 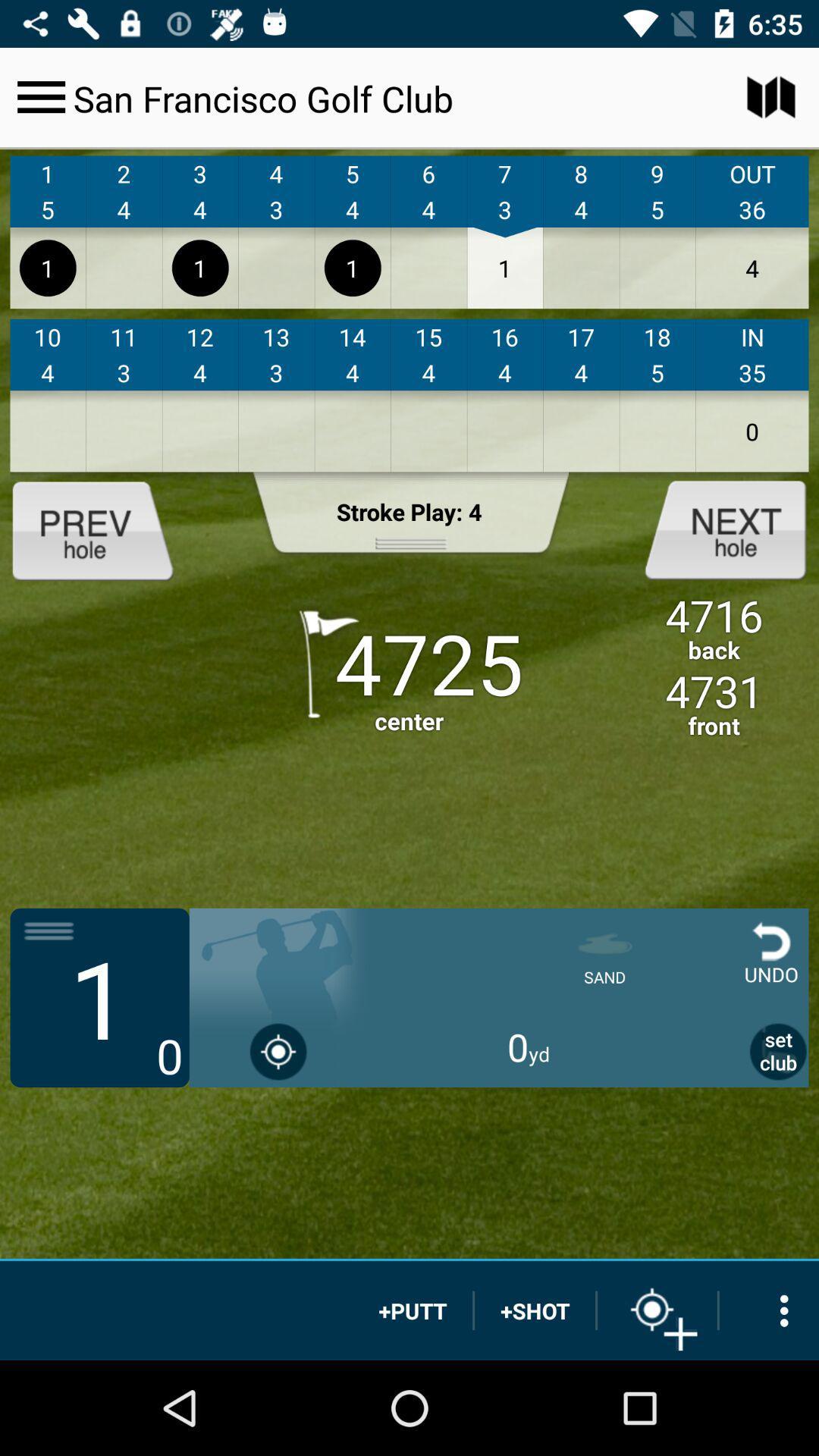 What do you see at coordinates (105, 529) in the screenshot?
I see `golf game reviver` at bounding box center [105, 529].